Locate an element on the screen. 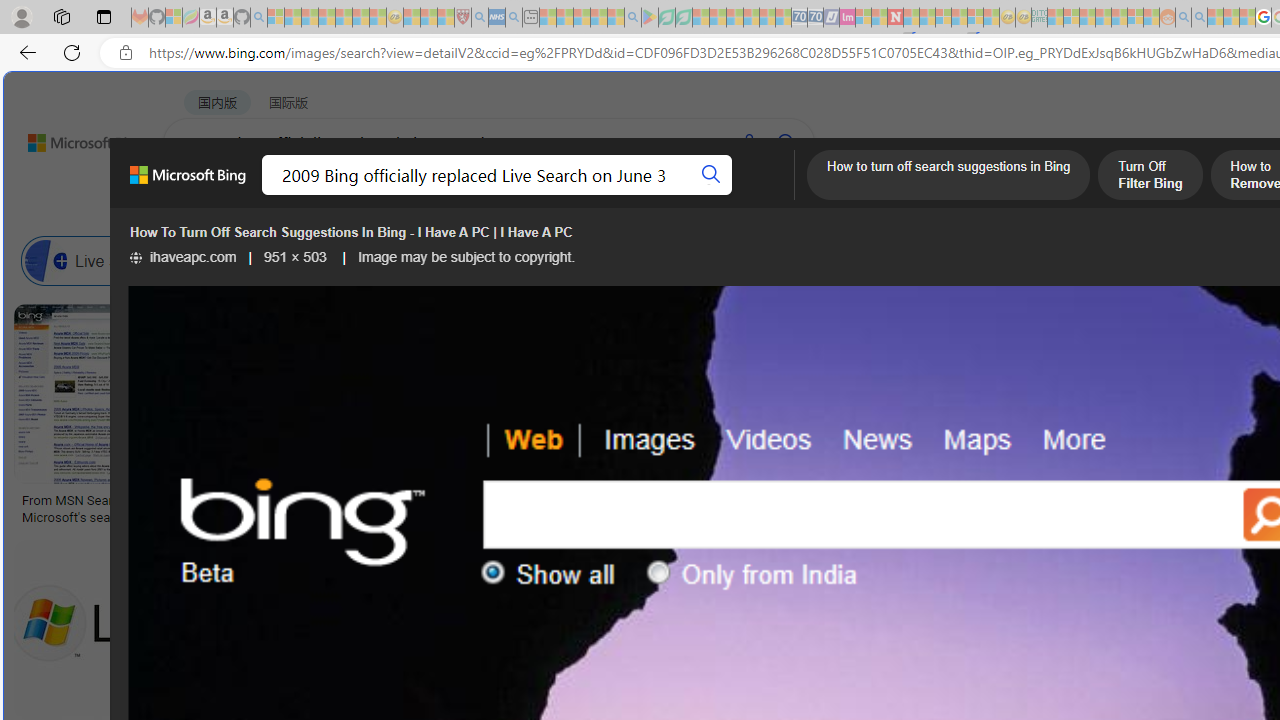 This screenshot has width=1280, height=720. 'MY BING' is located at coordinates (275, 195).